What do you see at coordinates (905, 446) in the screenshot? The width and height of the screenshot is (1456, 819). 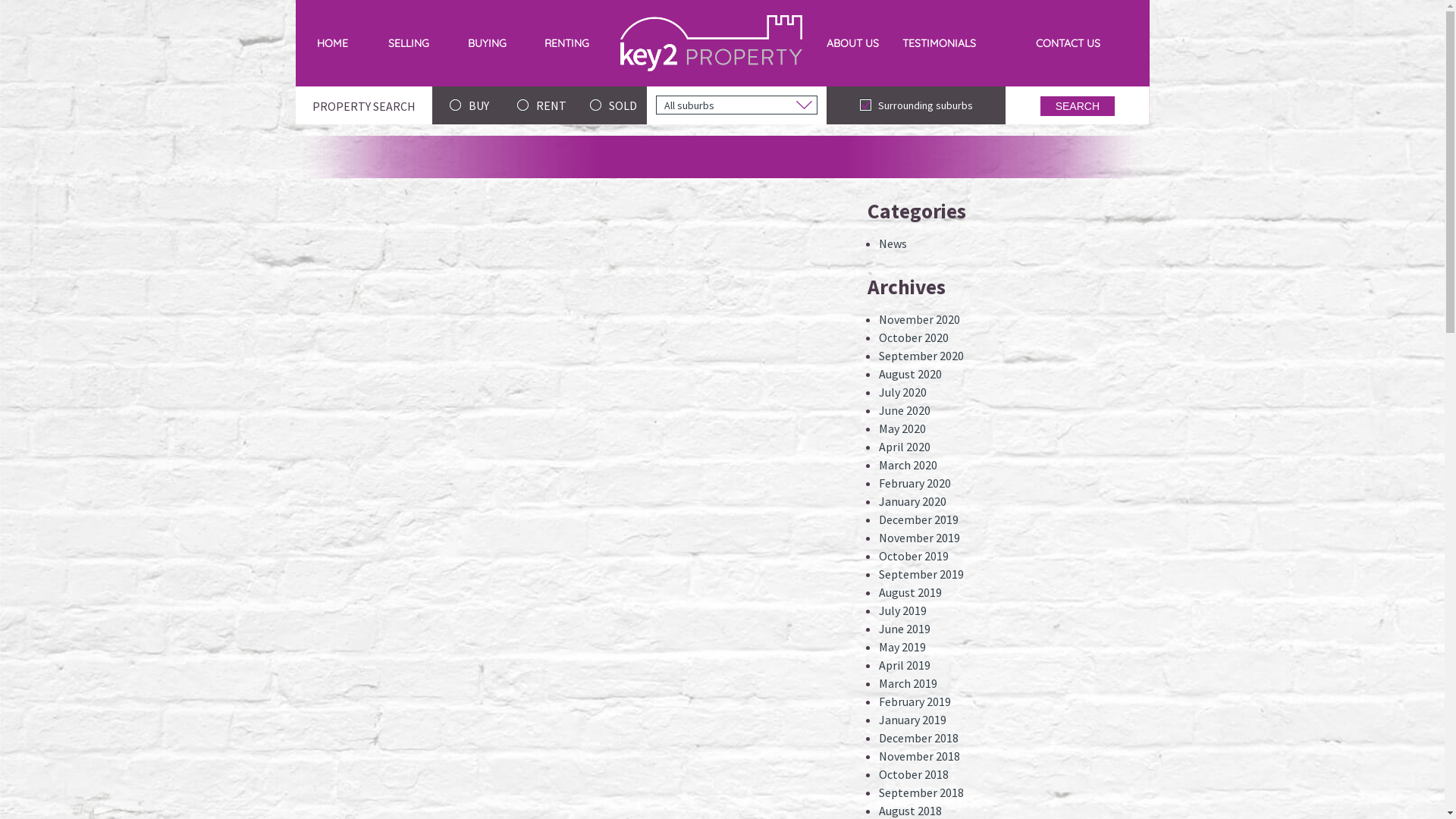 I see `'April 2020'` at bounding box center [905, 446].